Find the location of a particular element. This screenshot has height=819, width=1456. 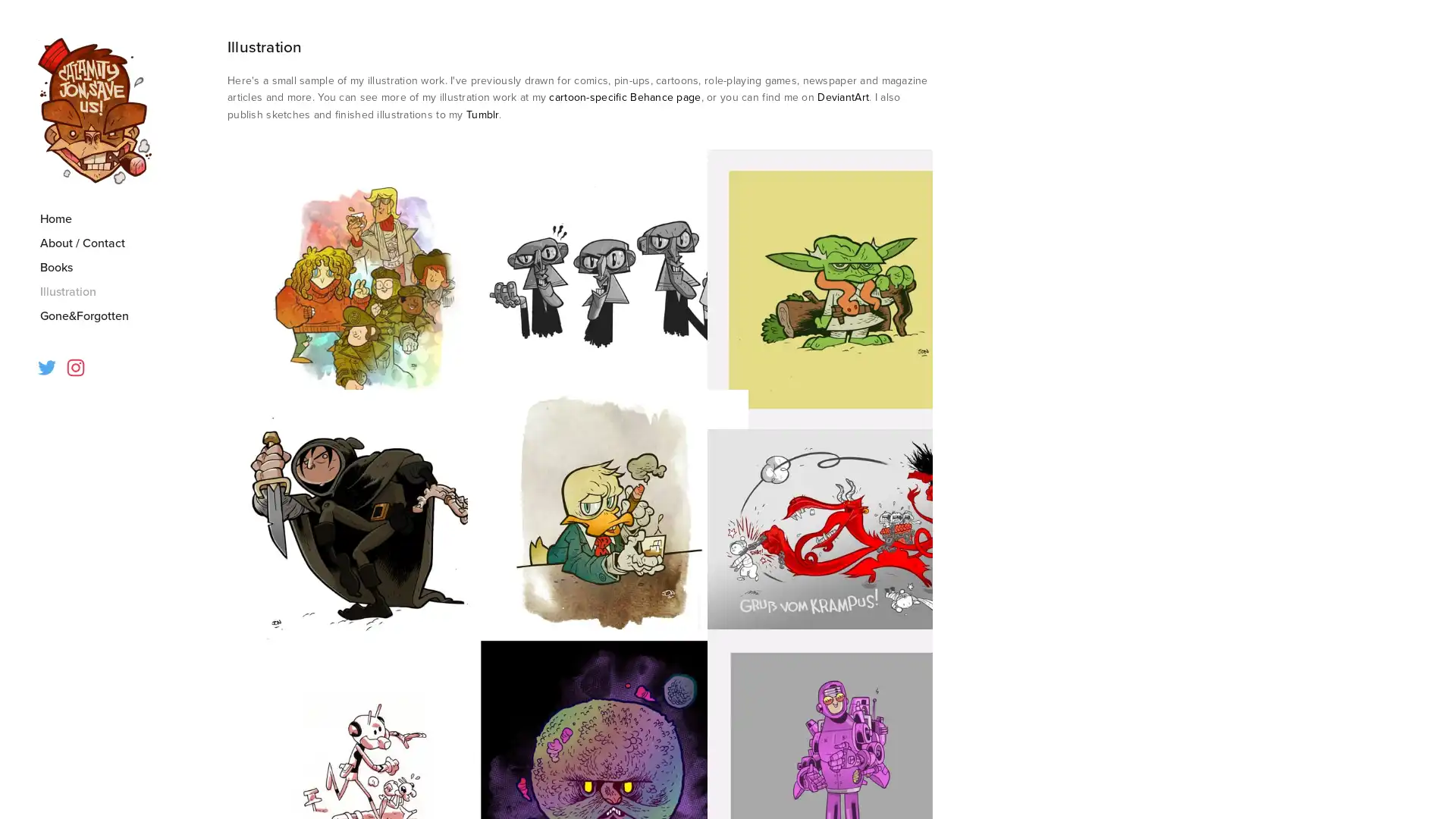

View fullsize illos02.jpg is located at coordinates (579, 260).